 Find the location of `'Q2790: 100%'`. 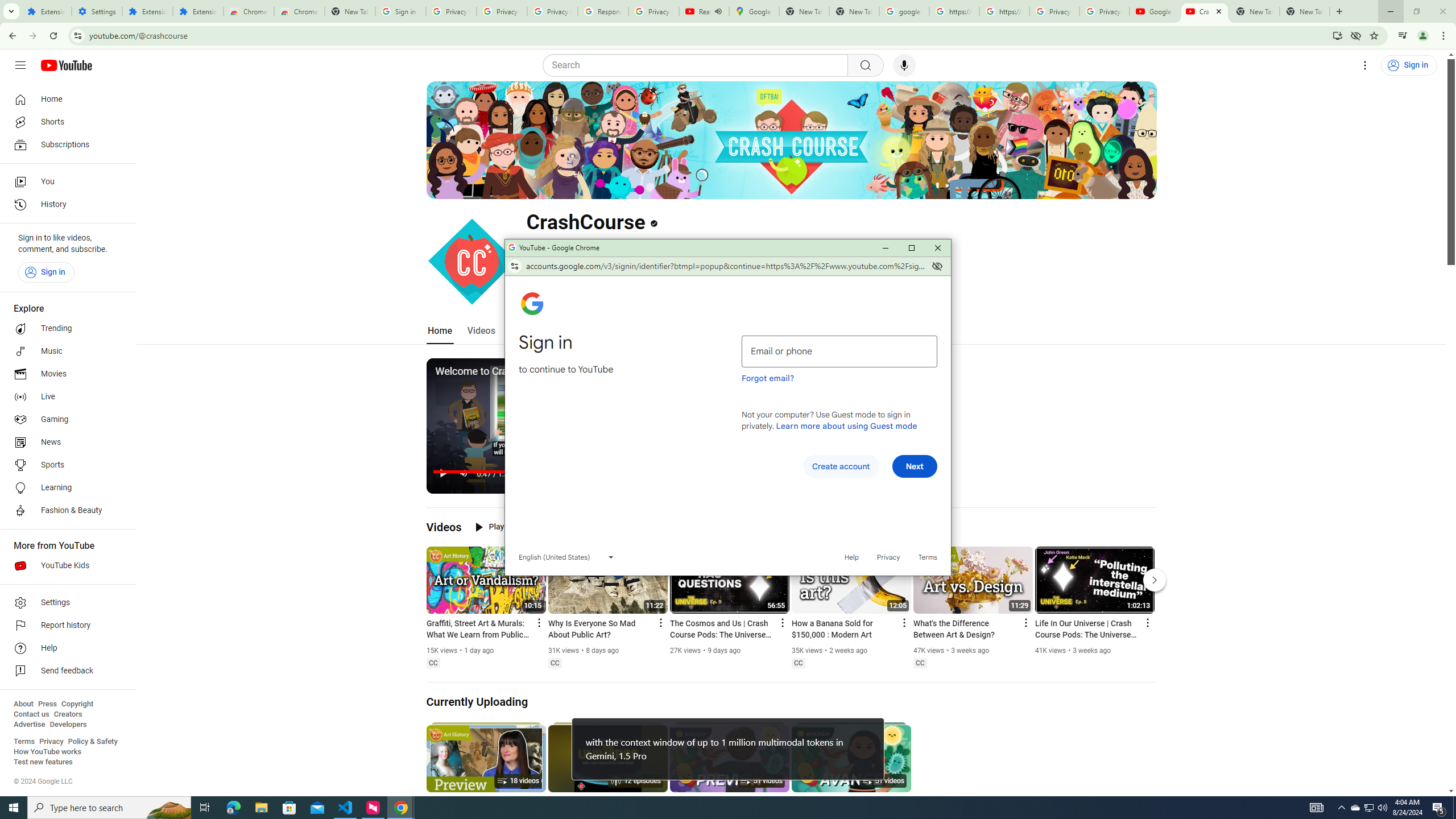

'Q2790: 100%' is located at coordinates (1381, 806).